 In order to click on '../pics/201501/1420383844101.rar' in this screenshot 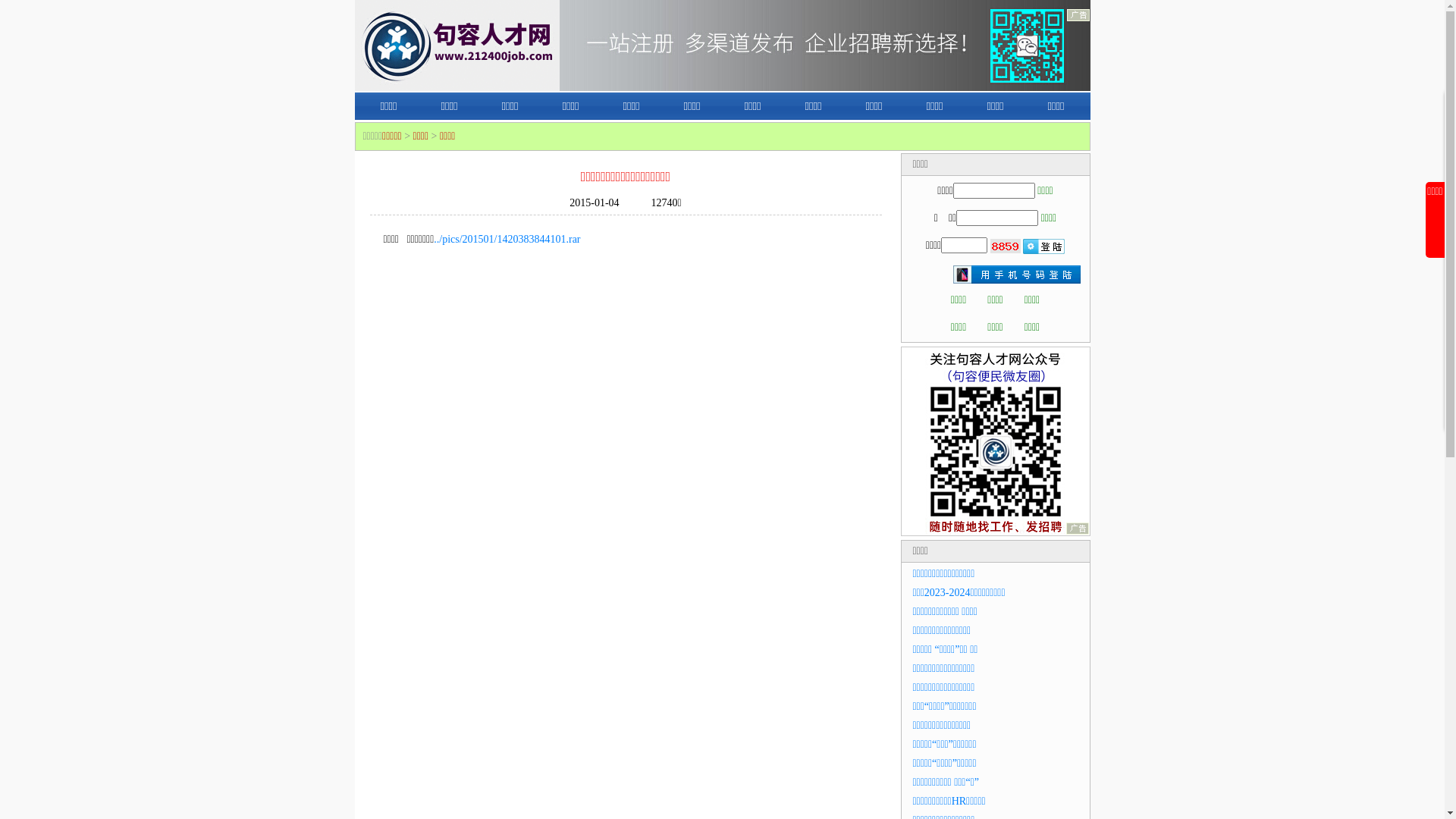, I will do `click(432, 239)`.